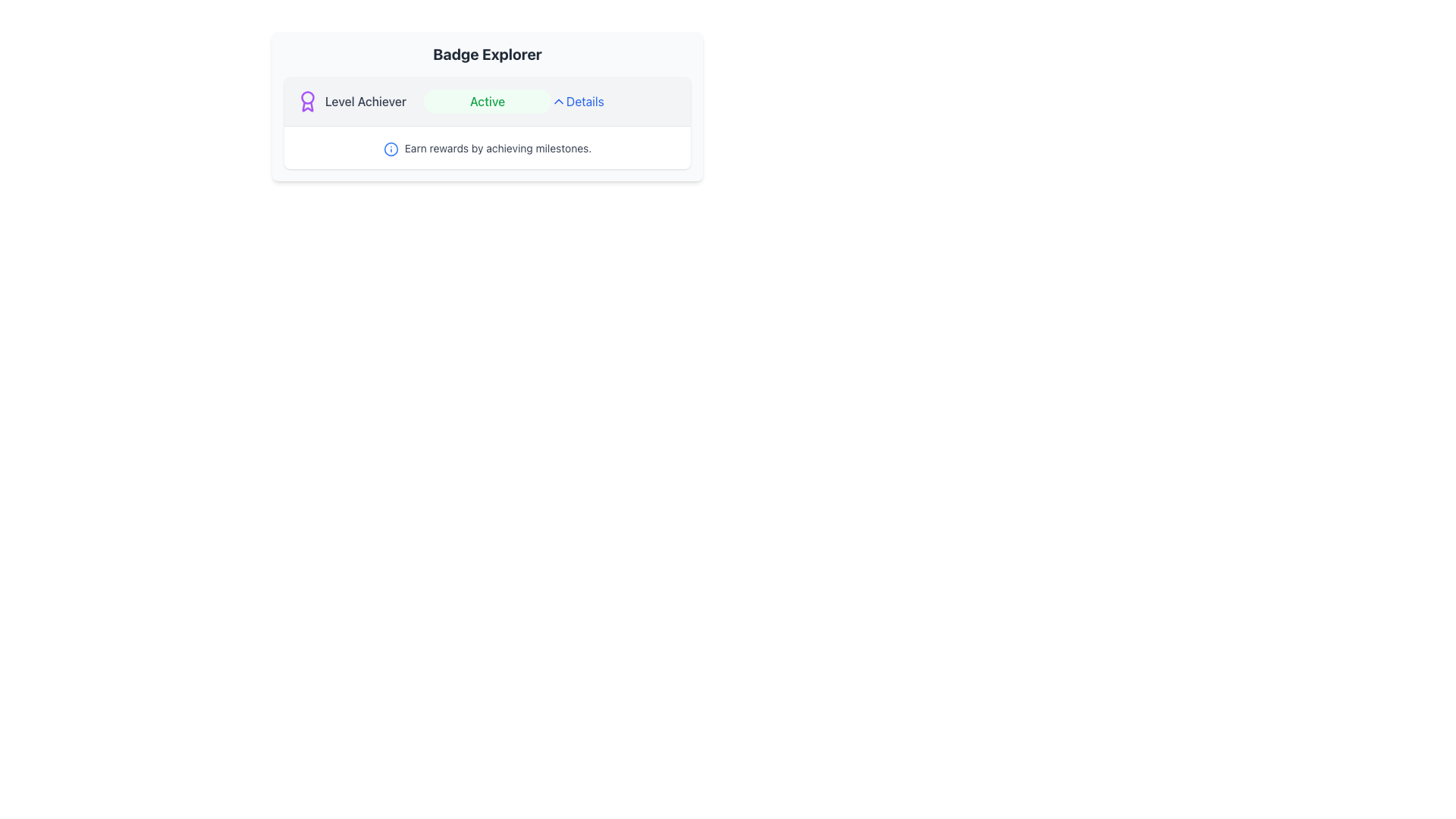  I want to click on the 'Level Achiever' text label with icon, which serves as a title in the 'Badge Explorer' section of the grid layout, so click(359, 102).